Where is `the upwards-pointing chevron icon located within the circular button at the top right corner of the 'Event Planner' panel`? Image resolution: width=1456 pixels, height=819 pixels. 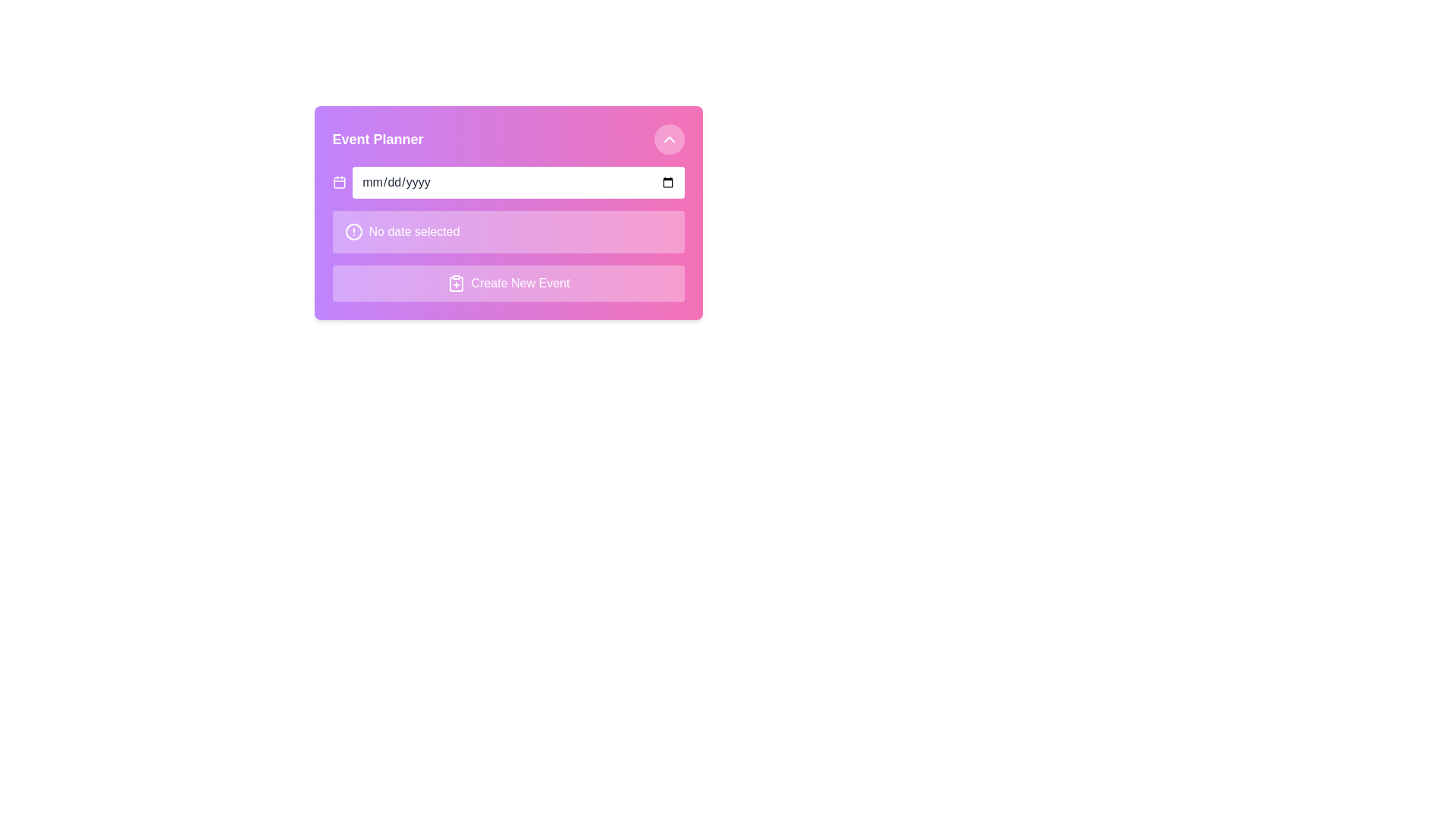
the upwards-pointing chevron icon located within the circular button at the top right corner of the 'Event Planner' panel is located at coordinates (668, 140).